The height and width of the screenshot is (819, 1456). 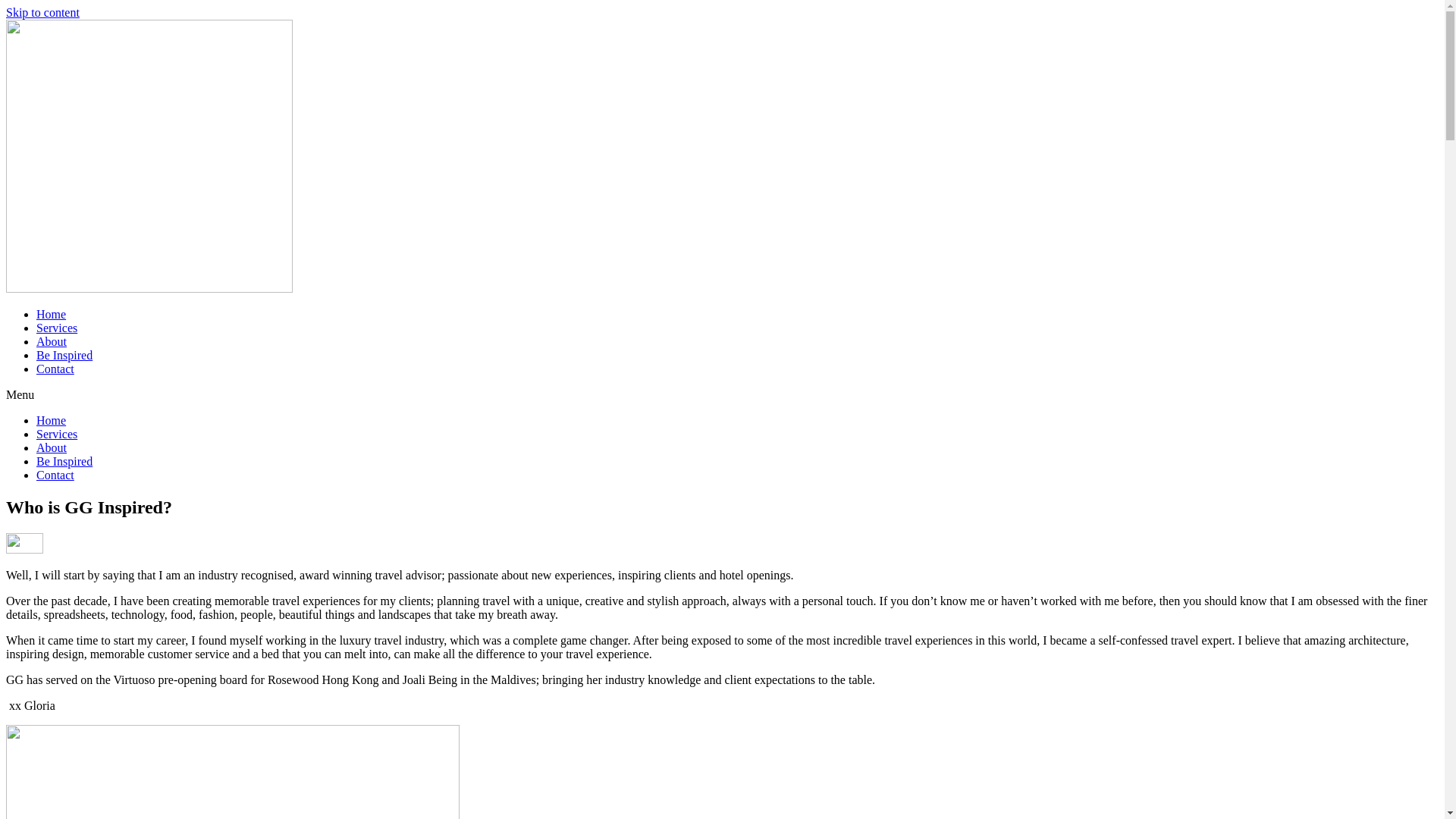 What do you see at coordinates (51, 420) in the screenshot?
I see `'Home'` at bounding box center [51, 420].